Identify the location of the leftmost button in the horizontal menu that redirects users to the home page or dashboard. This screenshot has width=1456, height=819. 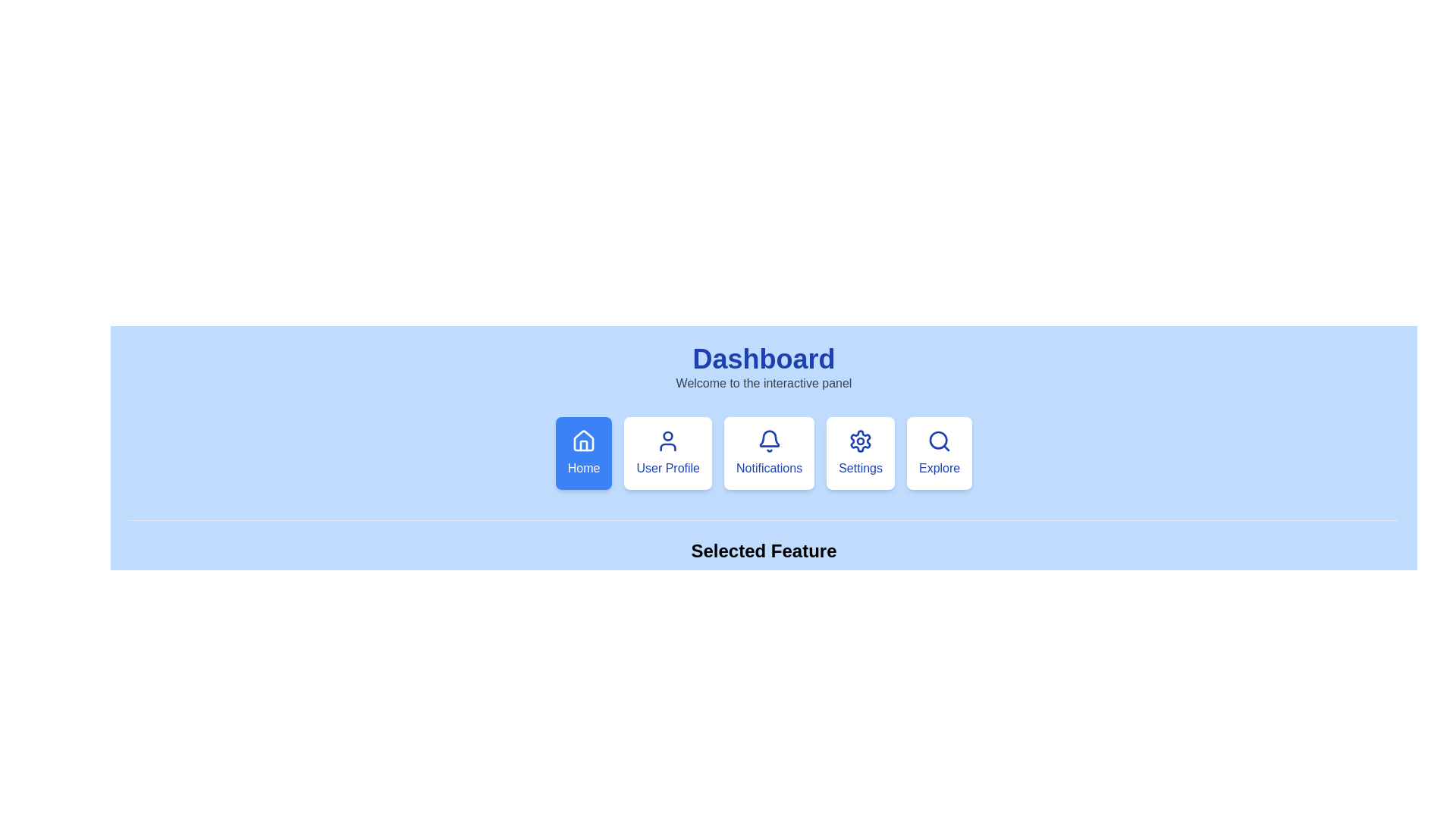
(583, 452).